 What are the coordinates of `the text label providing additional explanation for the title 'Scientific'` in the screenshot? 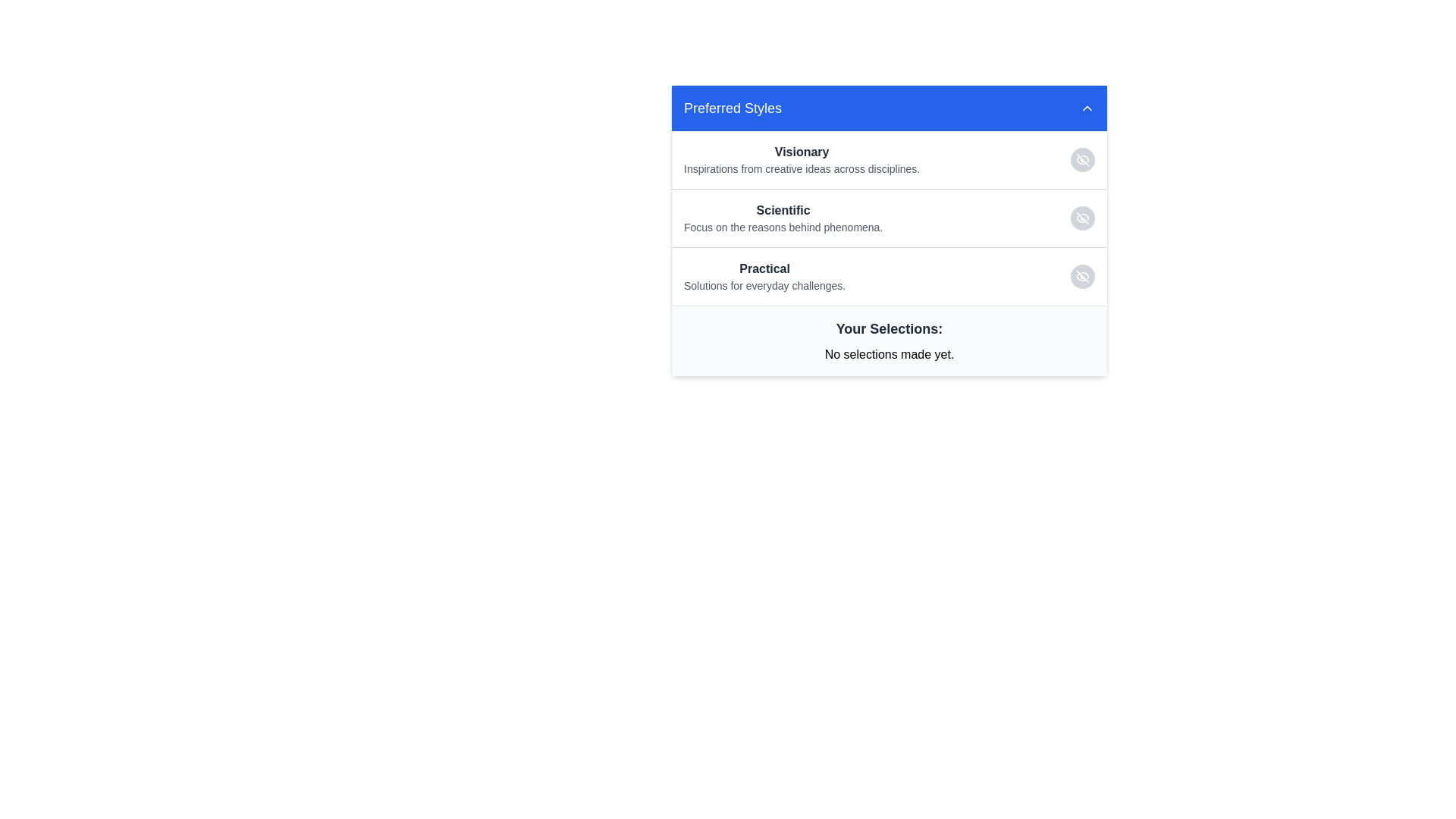 It's located at (783, 227).